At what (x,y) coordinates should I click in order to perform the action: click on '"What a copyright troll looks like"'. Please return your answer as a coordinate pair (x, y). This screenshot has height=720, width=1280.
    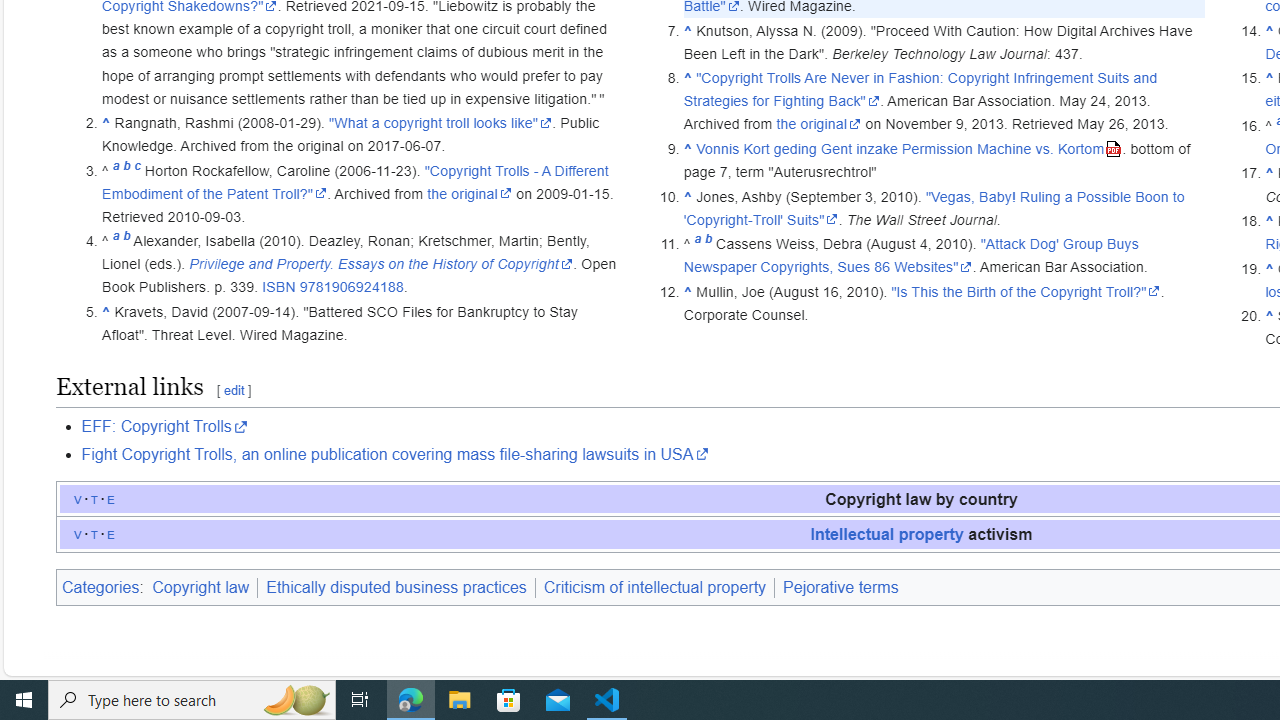
    Looking at the image, I should click on (439, 123).